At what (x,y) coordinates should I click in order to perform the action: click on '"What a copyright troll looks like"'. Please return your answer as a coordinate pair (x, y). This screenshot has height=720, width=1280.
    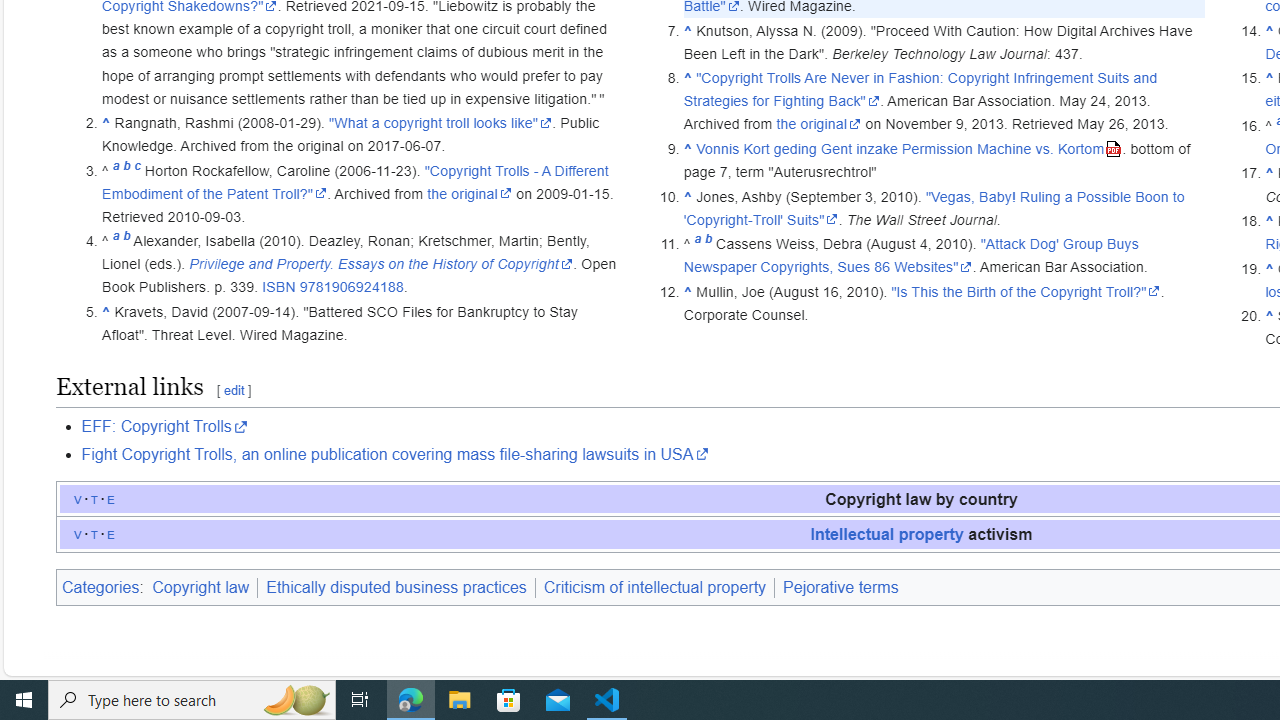
    Looking at the image, I should click on (439, 123).